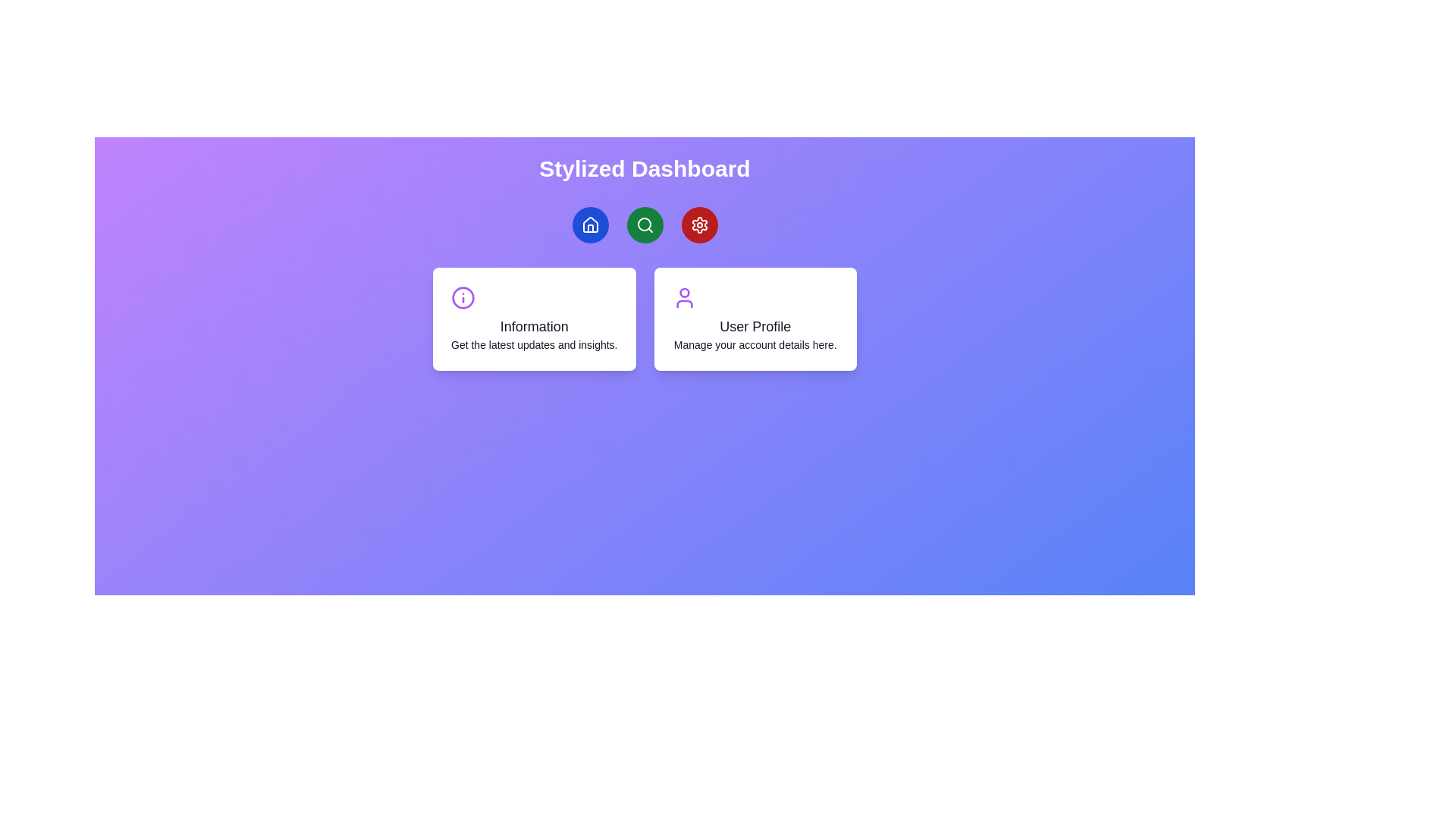 The width and height of the screenshot is (1456, 819). I want to click on the purple circular outline SVG Circle Element located at the top-left corner of the 'Information' card icon, so click(462, 298).